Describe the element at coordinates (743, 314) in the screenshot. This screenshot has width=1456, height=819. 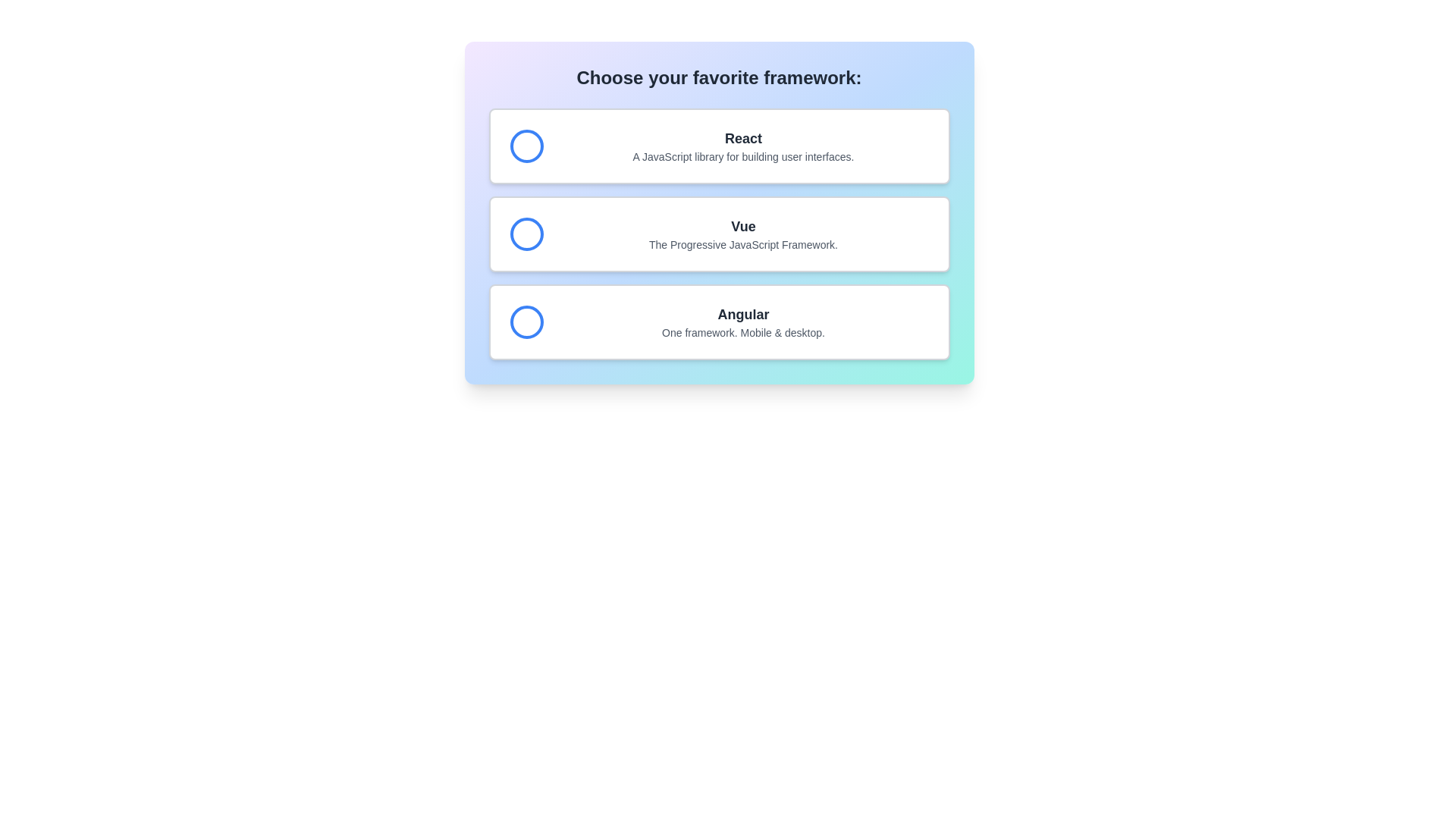
I see `the text element that reads 'Angular', which is styled in bold, larger font, and dark gray color, located at the top of a white card with rounded corners` at that location.